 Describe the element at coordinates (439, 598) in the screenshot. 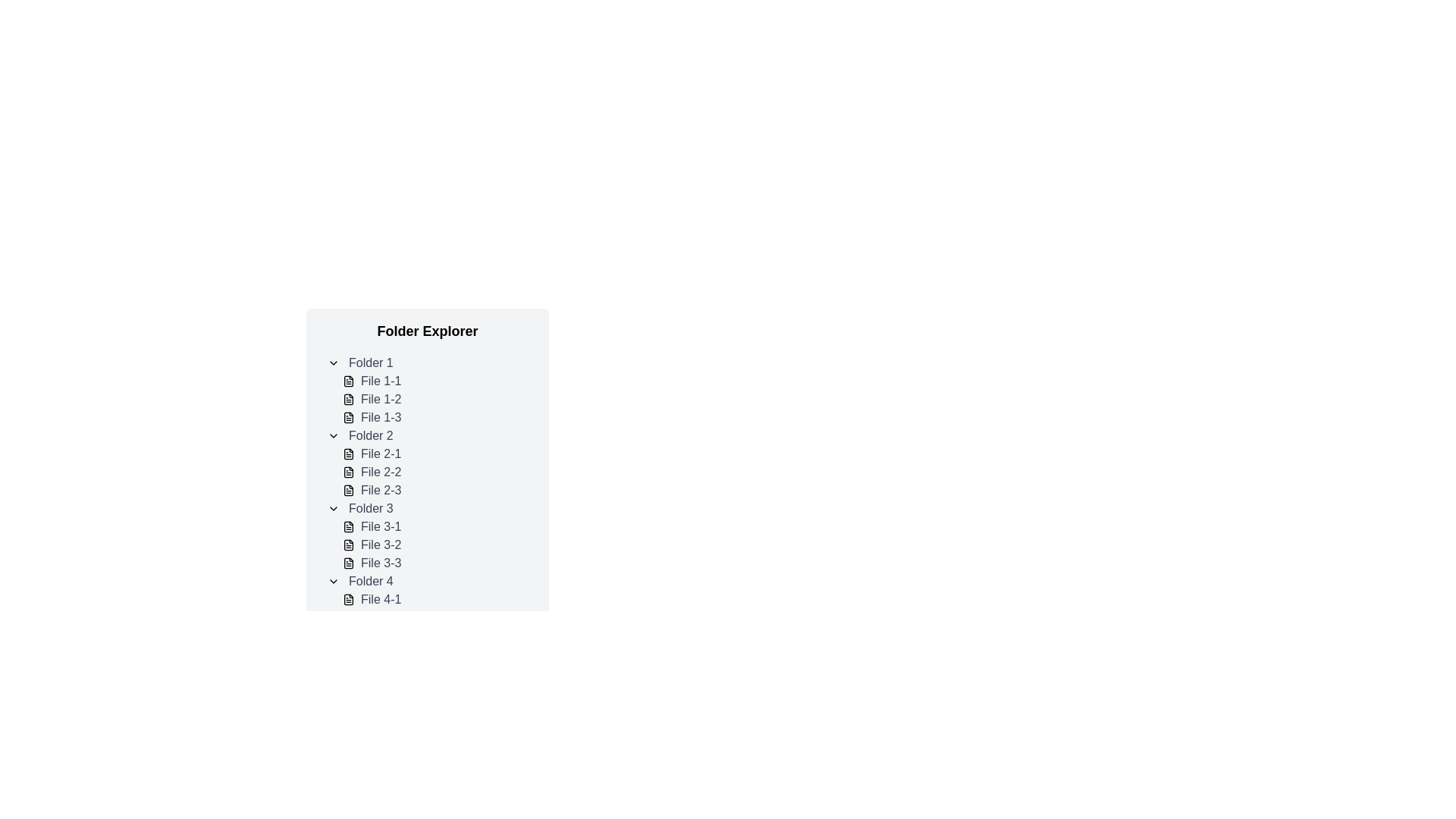

I see `to select the file item named 'File 4-1' within the 'Folder 4' section of the folder explorer interface` at that location.